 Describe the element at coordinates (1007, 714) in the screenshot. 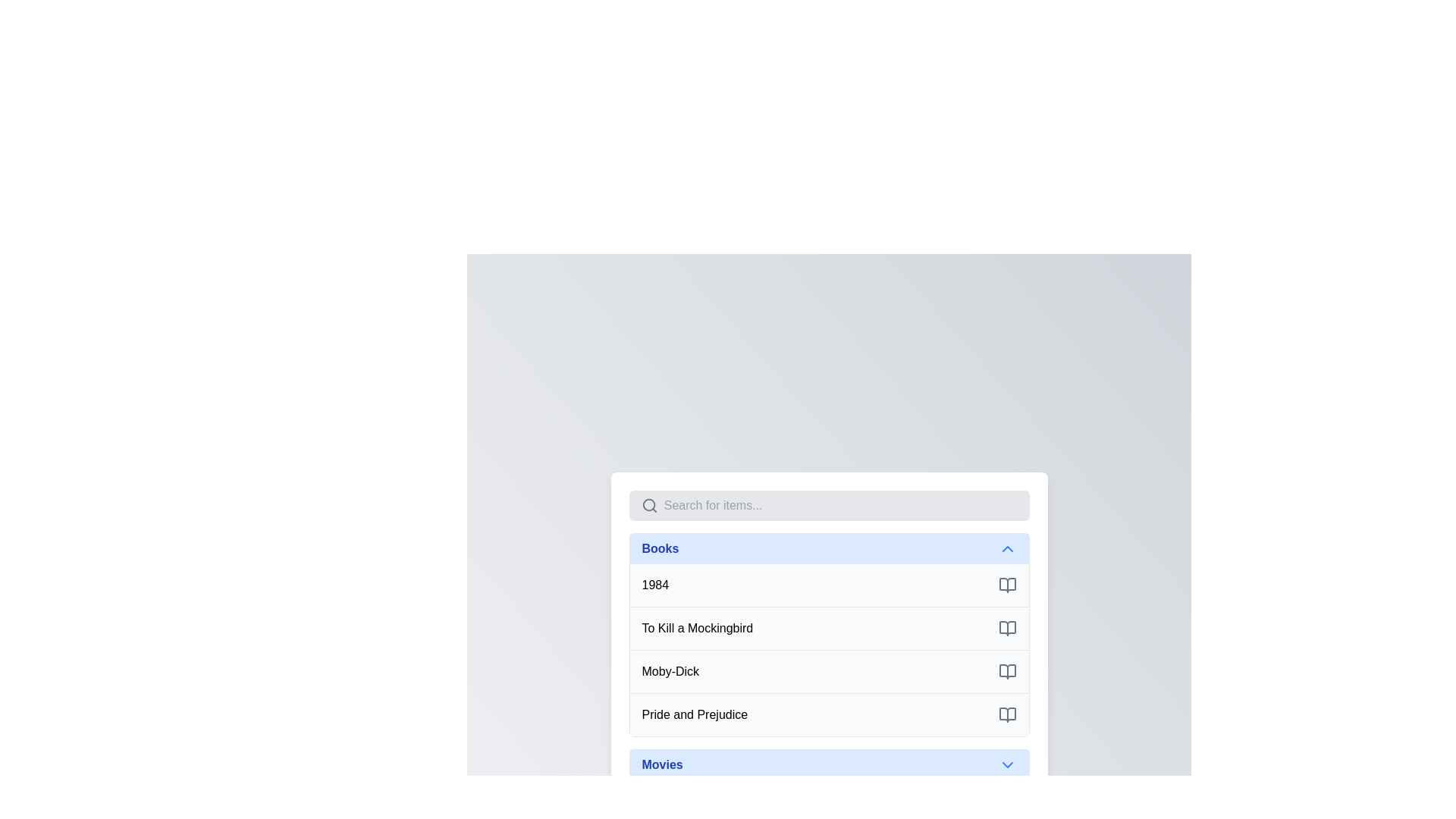

I see `the compact icon resembling an open book located on the rightmost side of the row for 'Pride and Prejudice'` at that location.